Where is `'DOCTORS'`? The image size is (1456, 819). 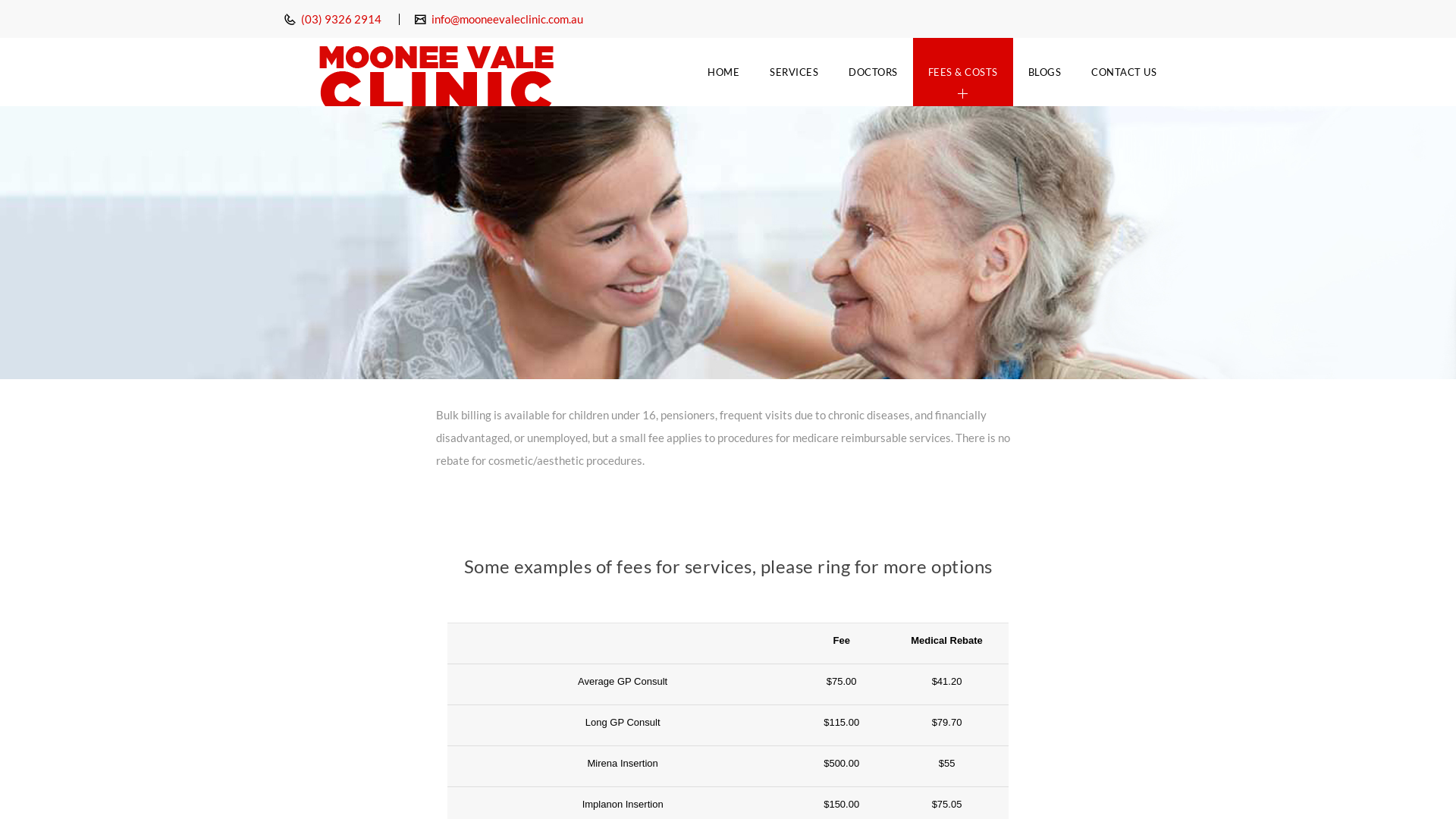 'DOCTORS' is located at coordinates (873, 72).